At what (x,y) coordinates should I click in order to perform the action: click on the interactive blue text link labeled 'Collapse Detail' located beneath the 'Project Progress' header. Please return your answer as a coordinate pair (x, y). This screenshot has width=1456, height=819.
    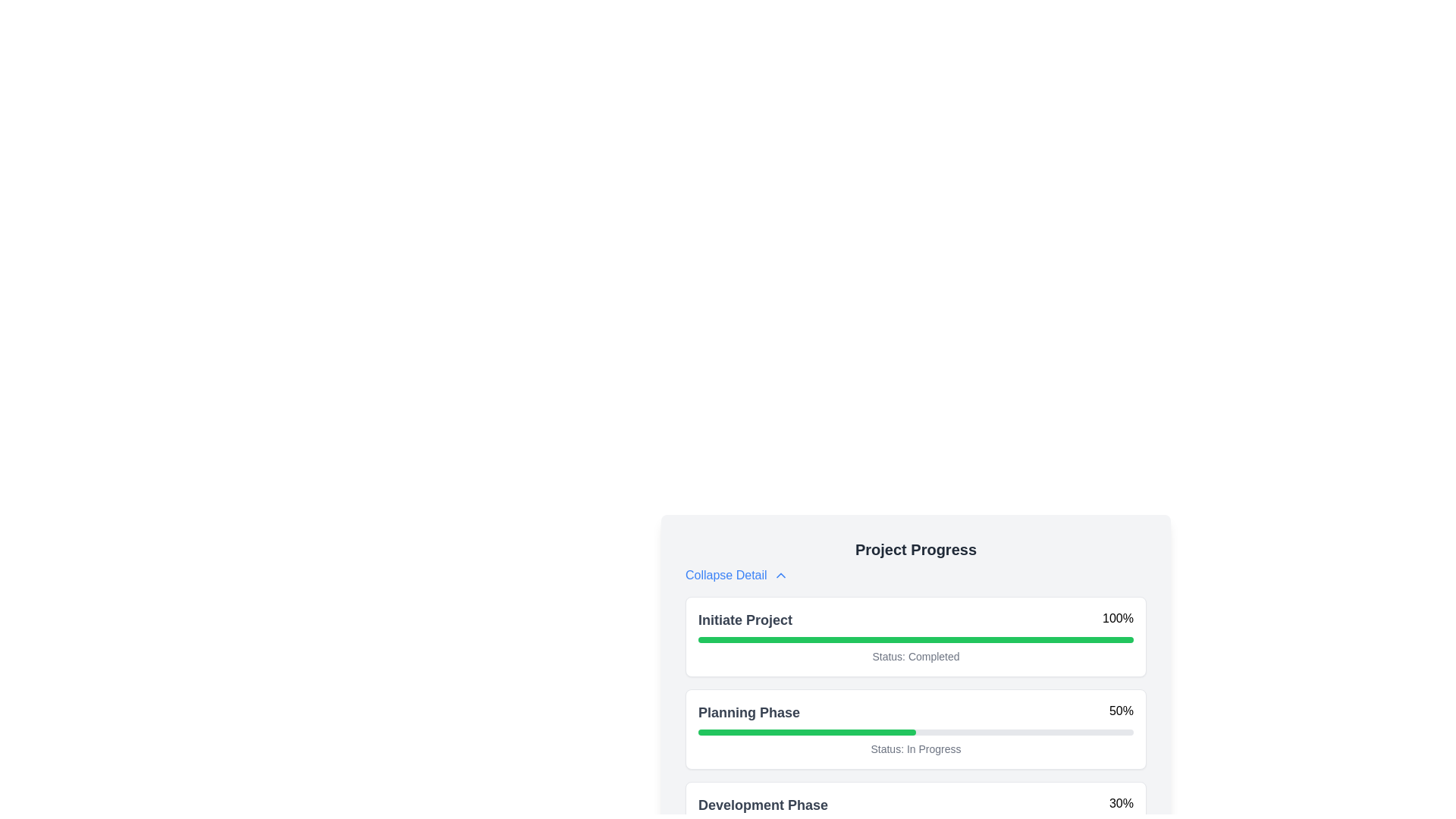
    Looking at the image, I should click on (736, 576).